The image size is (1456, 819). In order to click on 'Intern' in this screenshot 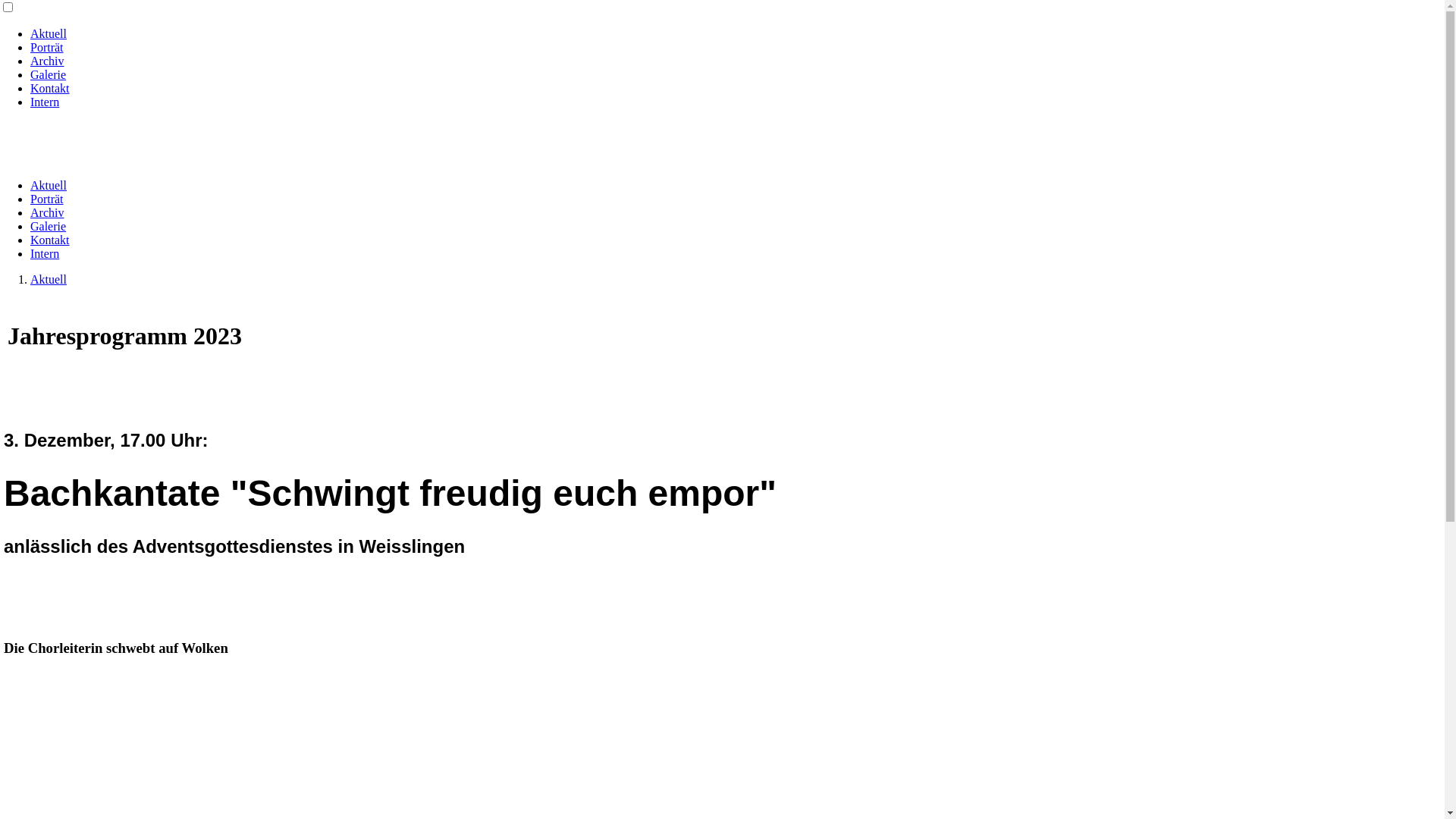, I will do `click(44, 102)`.